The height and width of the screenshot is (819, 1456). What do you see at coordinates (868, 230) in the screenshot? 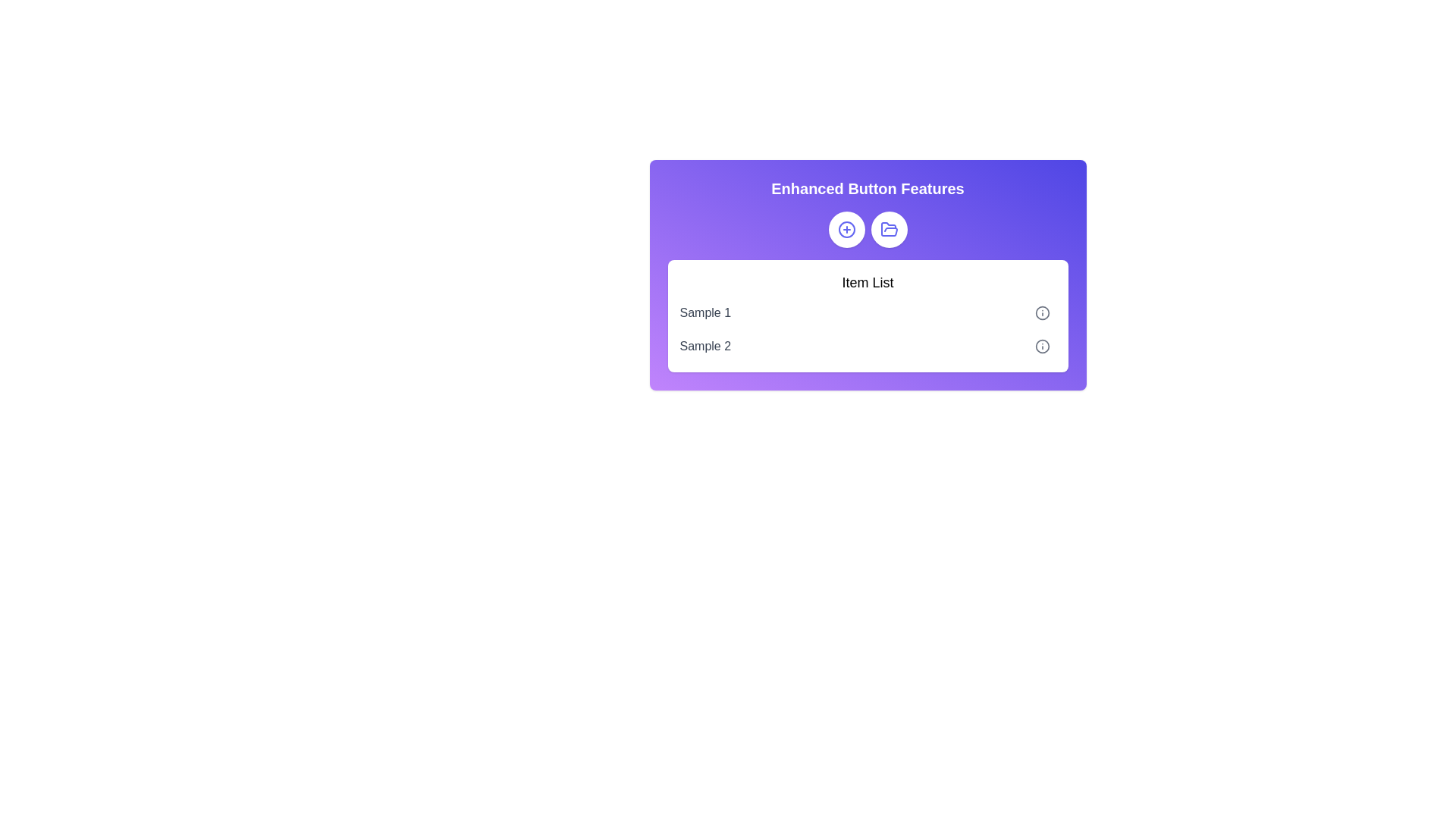
I see `the plus button in the Button Group located below the 'Enhanced Button Features' heading` at bounding box center [868, 230].